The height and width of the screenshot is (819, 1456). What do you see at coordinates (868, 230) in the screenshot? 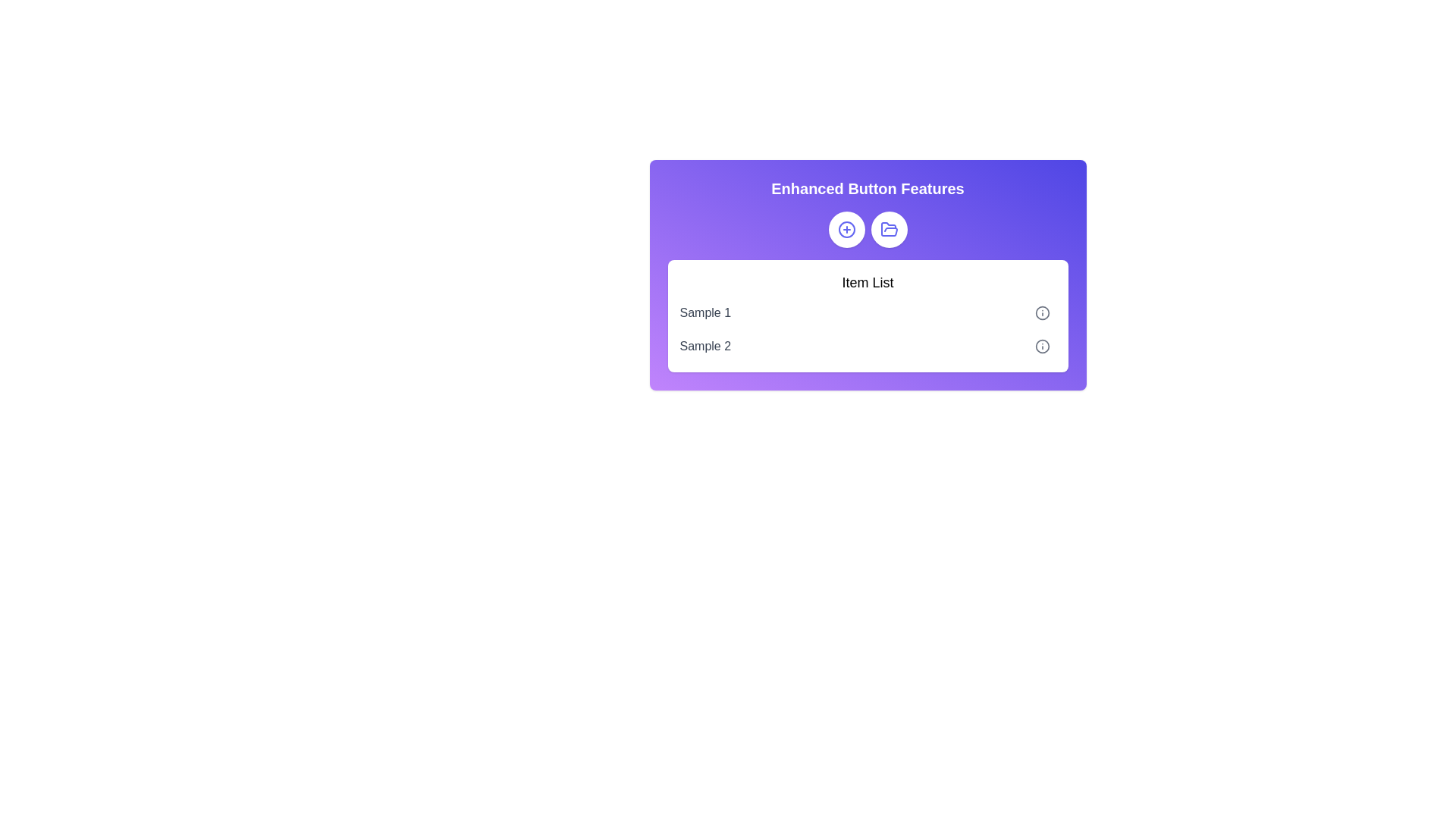
I see `the plus button in the Button Group located below the 'Enhanced Button Features' heading` at bounding box center [868, 230].